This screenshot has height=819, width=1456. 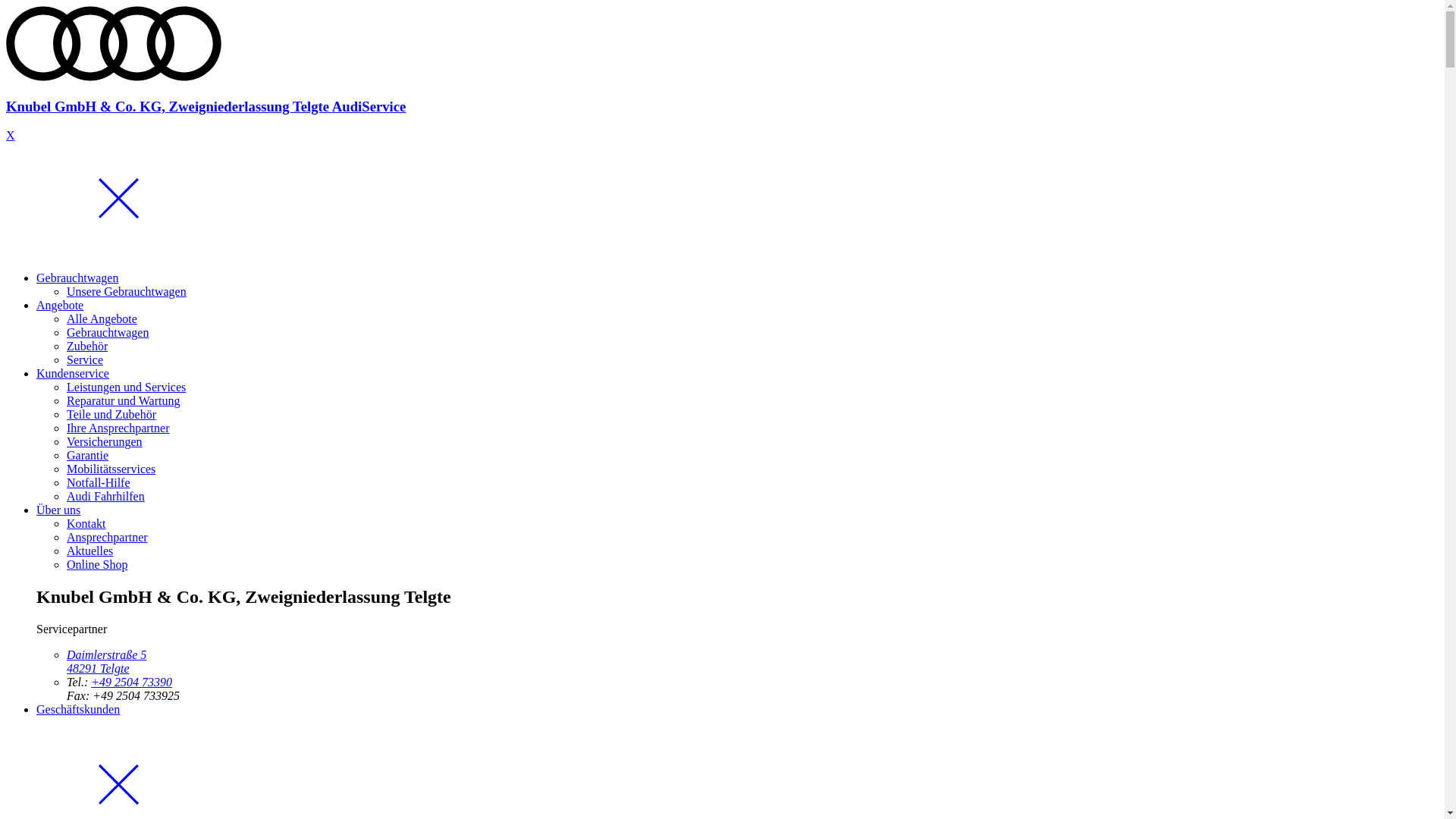 What do you see at coordinates (106, 536) in the screenshot?
I see `'Ansprechpartner'` at bounding box center [106, 536].